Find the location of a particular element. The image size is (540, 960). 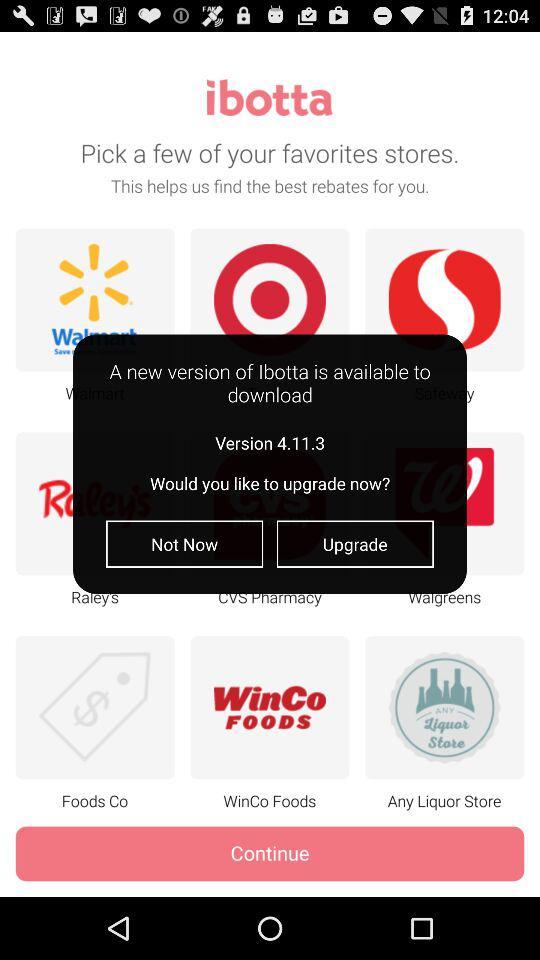

the not now is located at coordinates (184, 544).